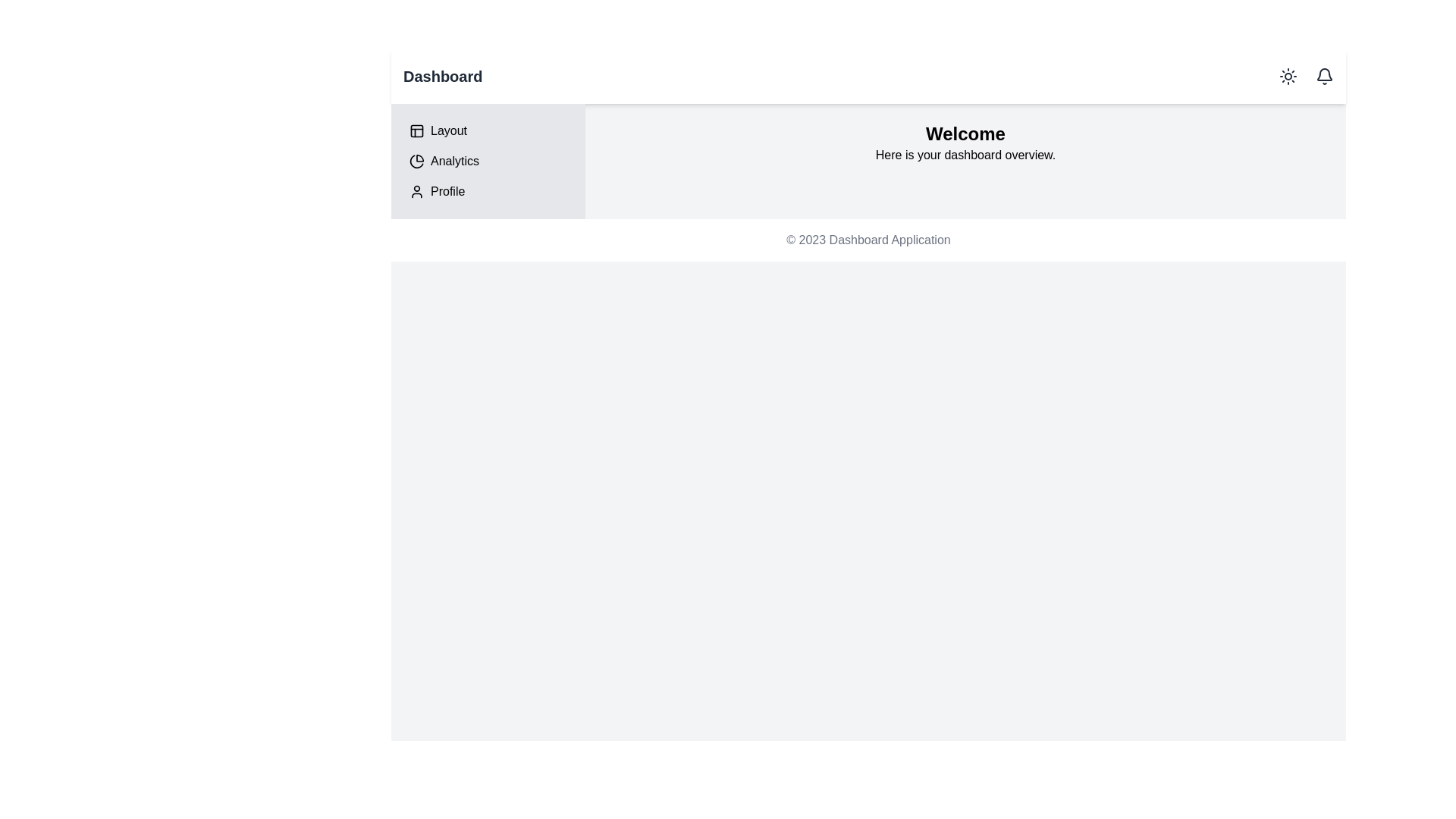 Image resolution: width=1456 pixels, height=819 pixels. Describe the element at coordinates (454, 161) in the screenshot. I see `the 'Analytics' text label in the left-side navigation menu, which is styled in black sans-serif font and positioned adjacent to a pie chart icon` at that location.